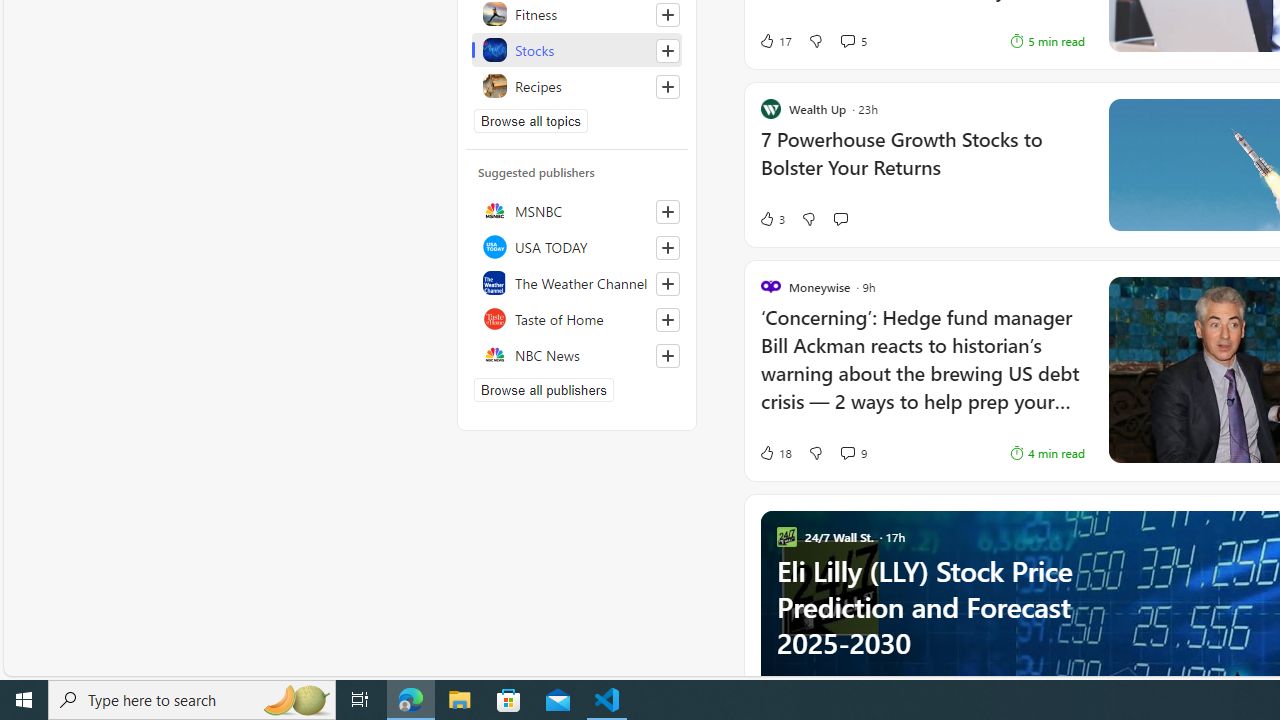 The width and height of the screenshot is (1280, 720). Describe the element at coordinates (667, 86) in the screenshot. I see `'Follow this topic'` at that location.